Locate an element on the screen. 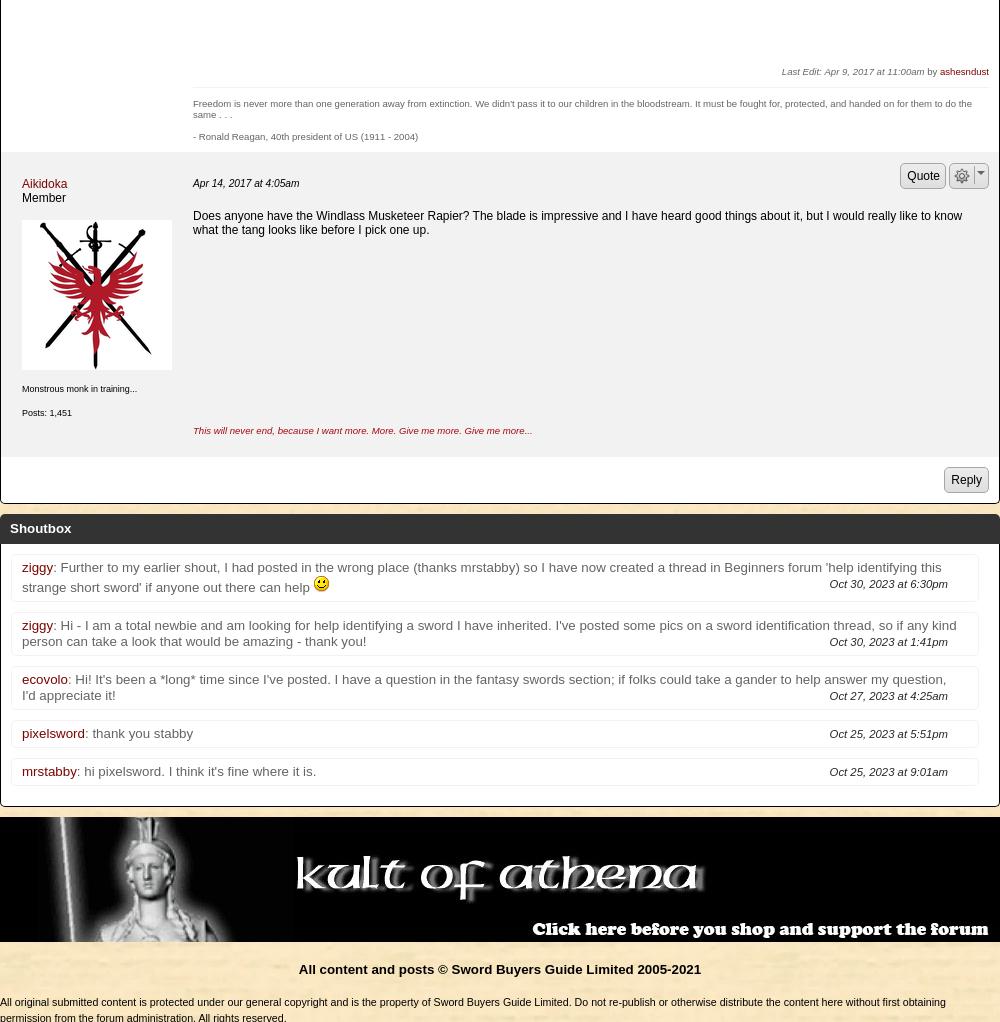 This screenshot has height=1022, width=1000. 'ashesndust' is located at coordinates (939, 70).